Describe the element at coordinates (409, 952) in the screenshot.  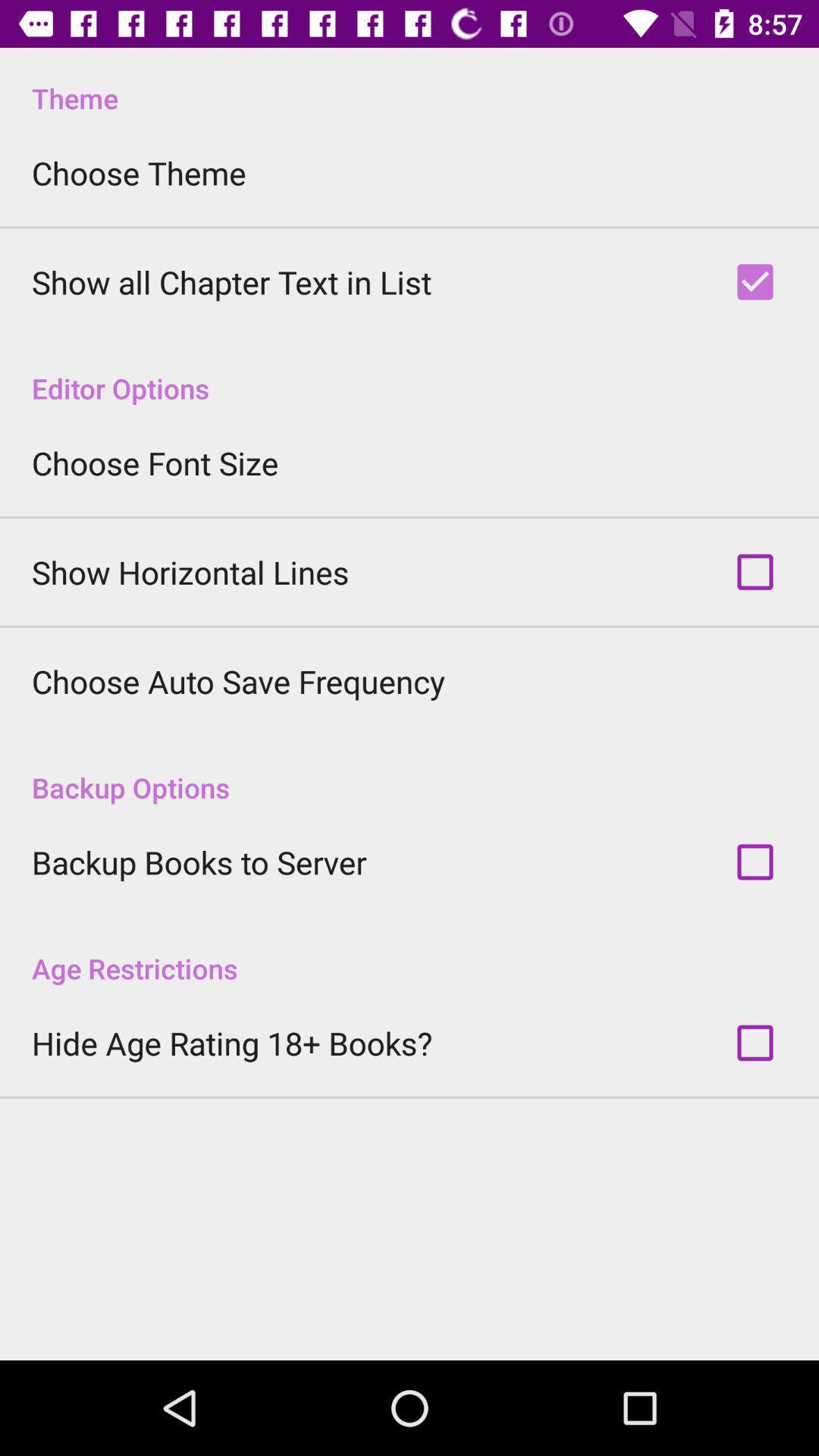
I see `the age restrictions app` at that location.